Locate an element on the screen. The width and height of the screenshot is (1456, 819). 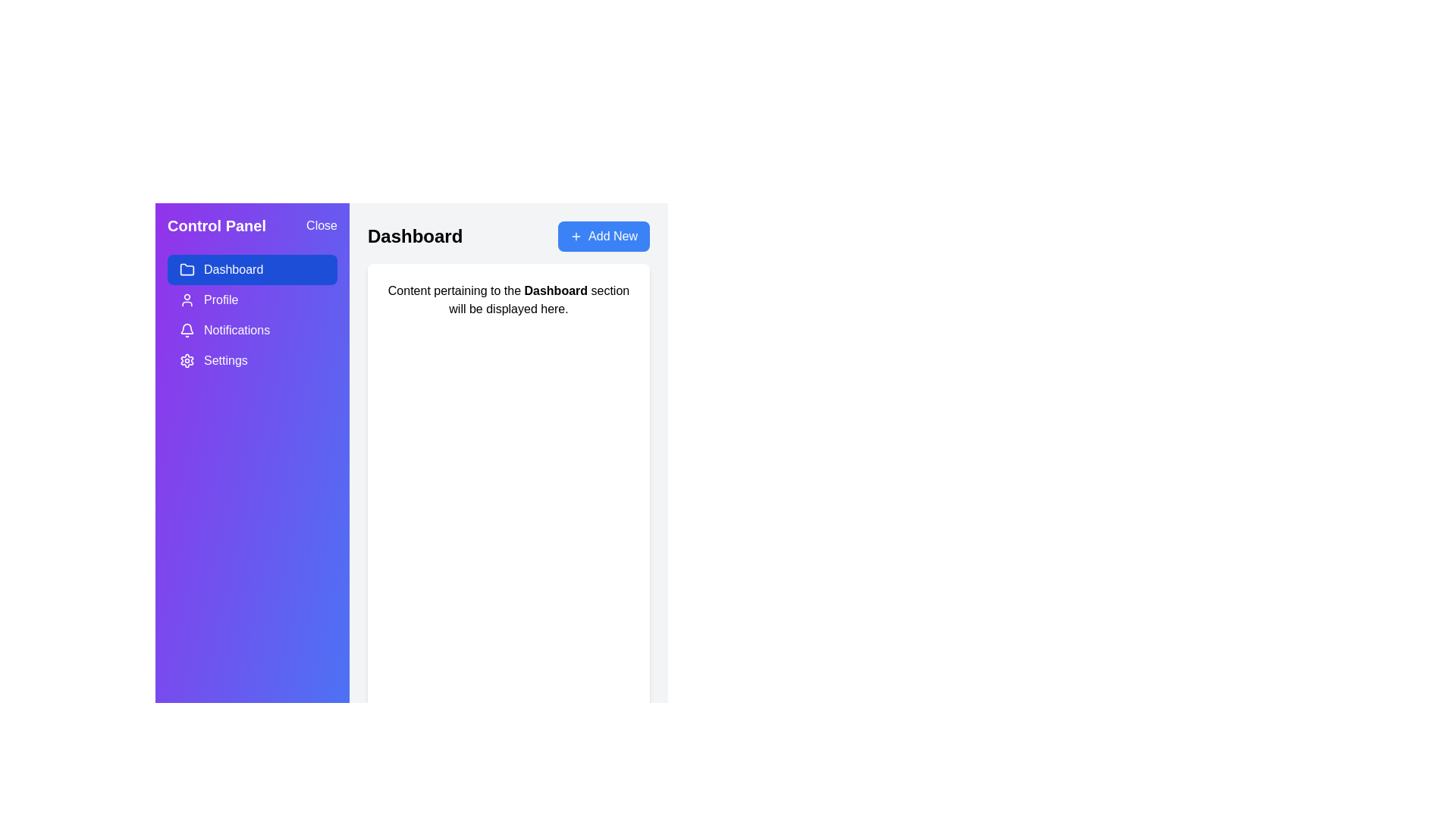
the Settings section in the drawer menu is located at coordinates (252, 360).